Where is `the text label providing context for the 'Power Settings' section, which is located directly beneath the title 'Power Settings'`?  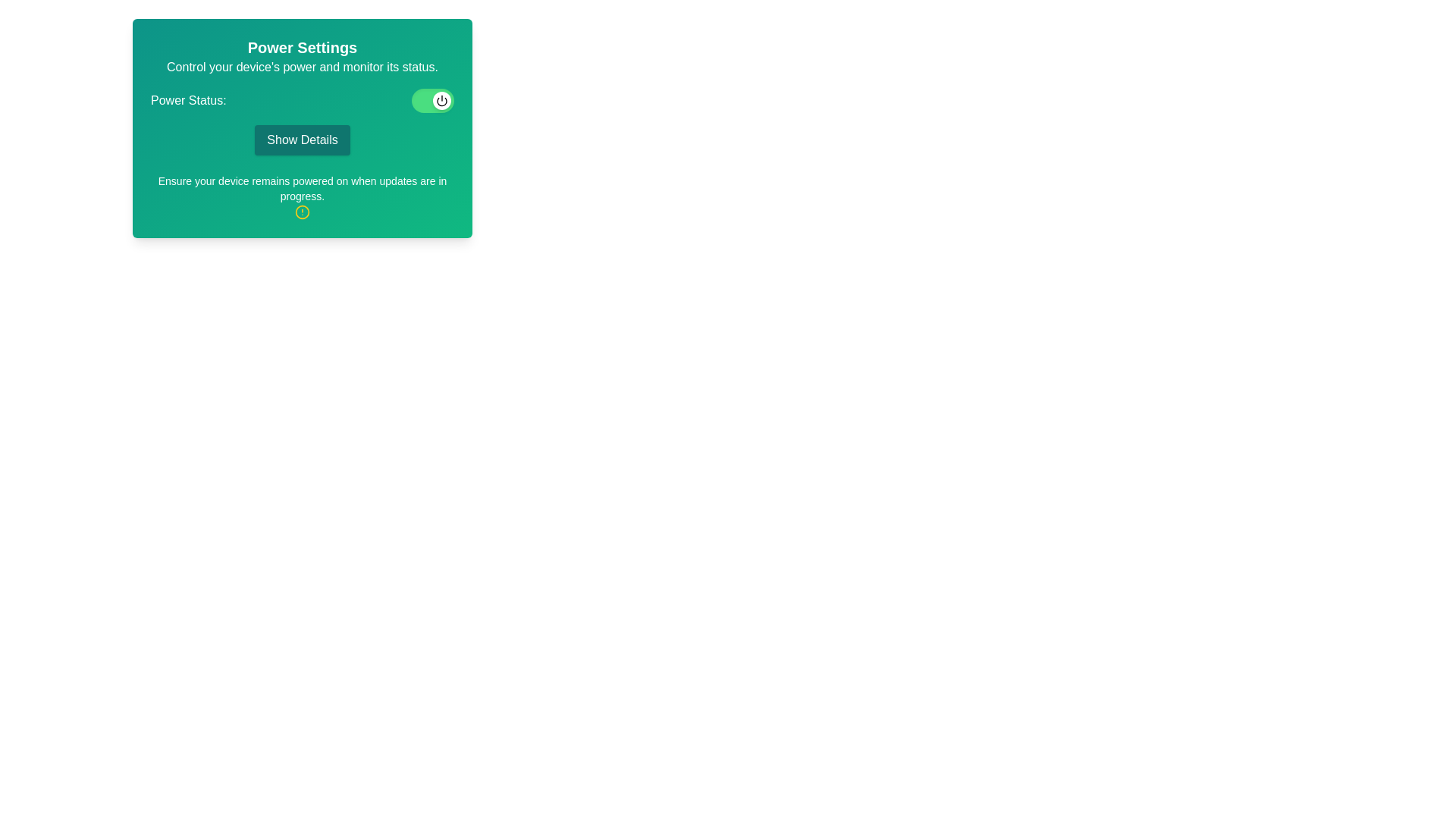 the text label providing context for the 'Power Settings' section, which is located directly beneath the title 'Power Settings' is located at coordinates (302, 66).